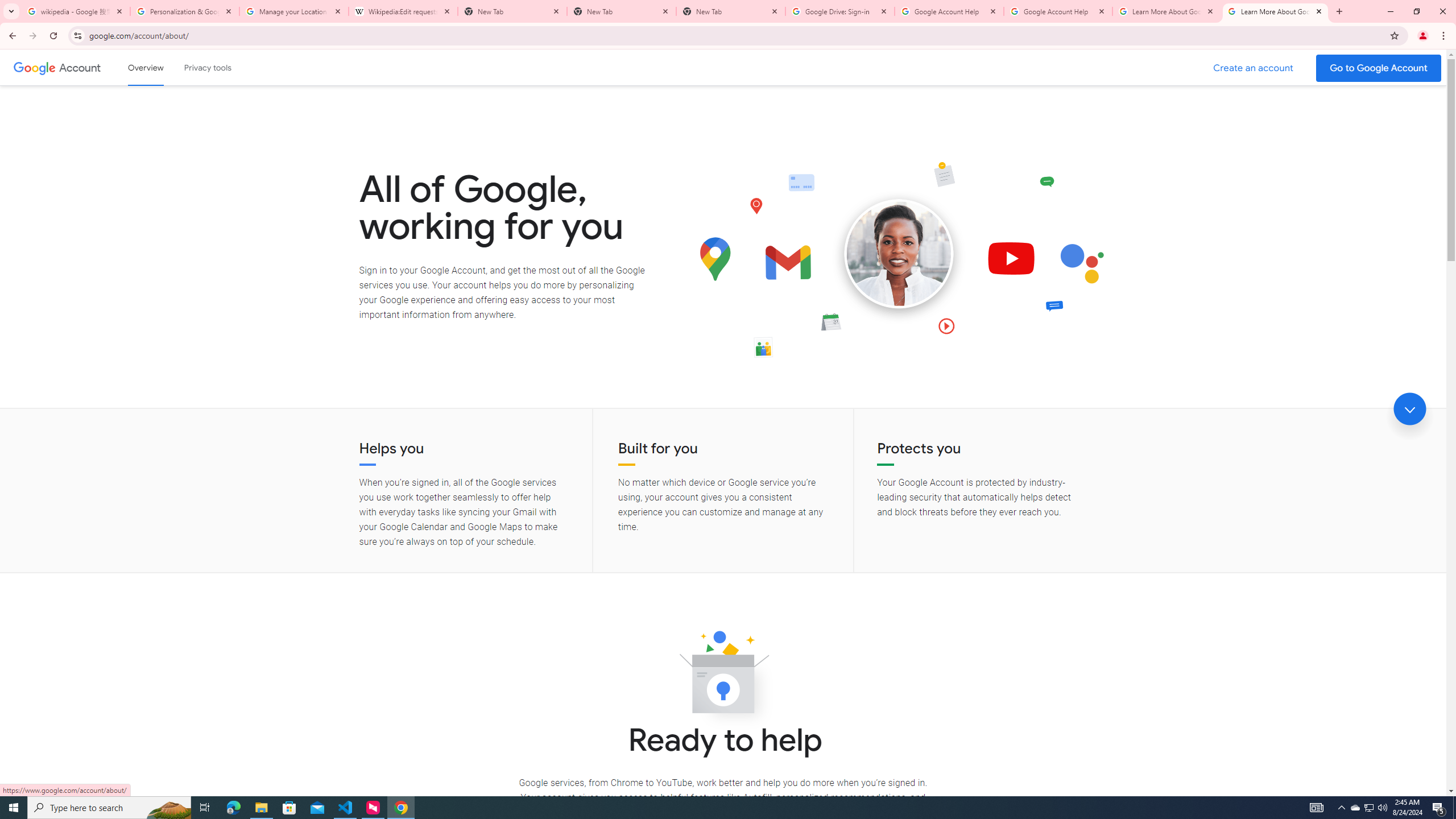 The height and width of the screenshot is (819, 1456). Describe the element at coordinates (839, 11) in the screenshot. I see `'Google Drive: Sign-in'` at that location.